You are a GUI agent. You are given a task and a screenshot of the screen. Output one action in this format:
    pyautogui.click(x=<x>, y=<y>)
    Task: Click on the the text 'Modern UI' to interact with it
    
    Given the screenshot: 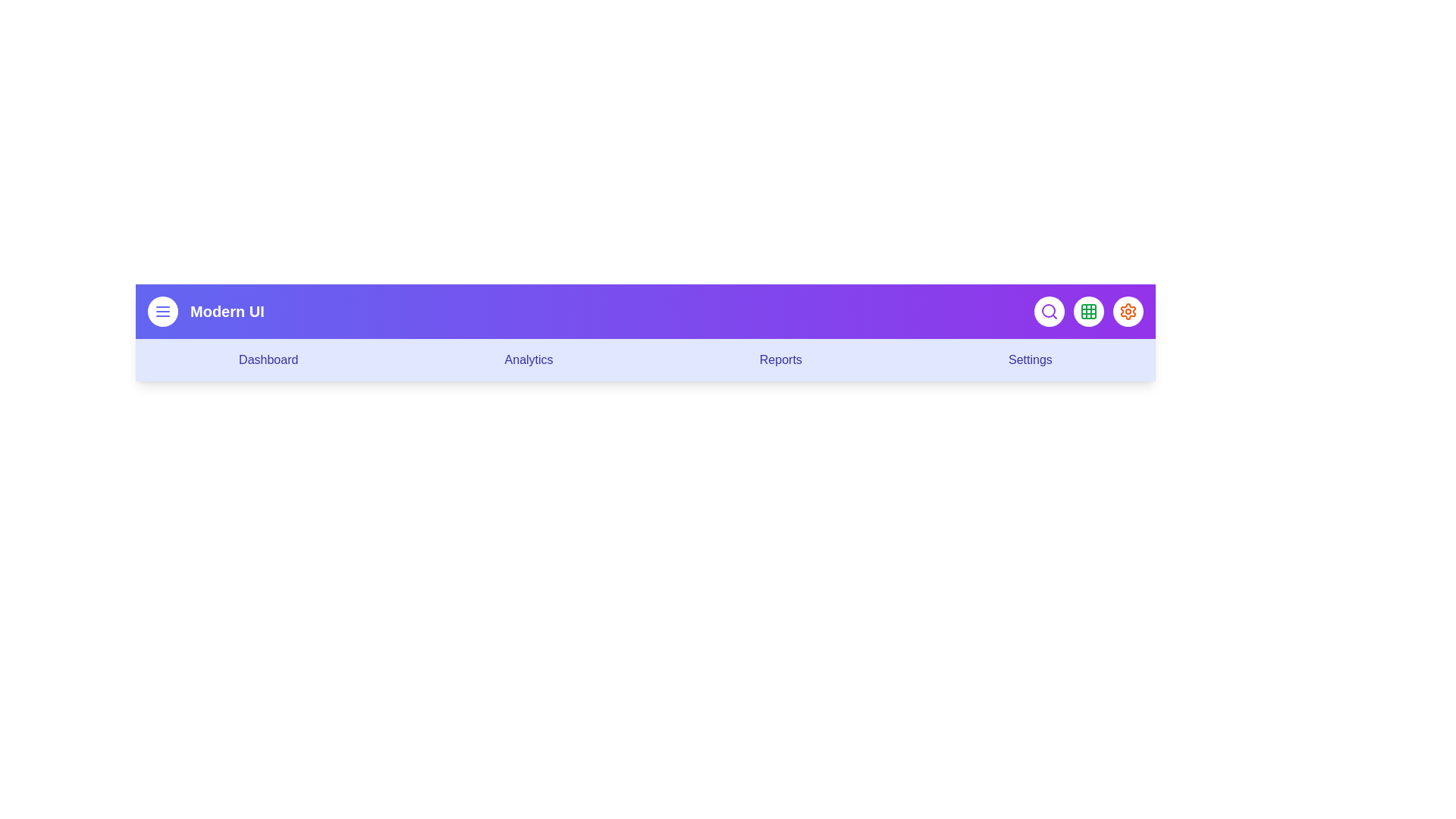 What is the action you would take?
    pyautogui.click(x=226, y=311)
    